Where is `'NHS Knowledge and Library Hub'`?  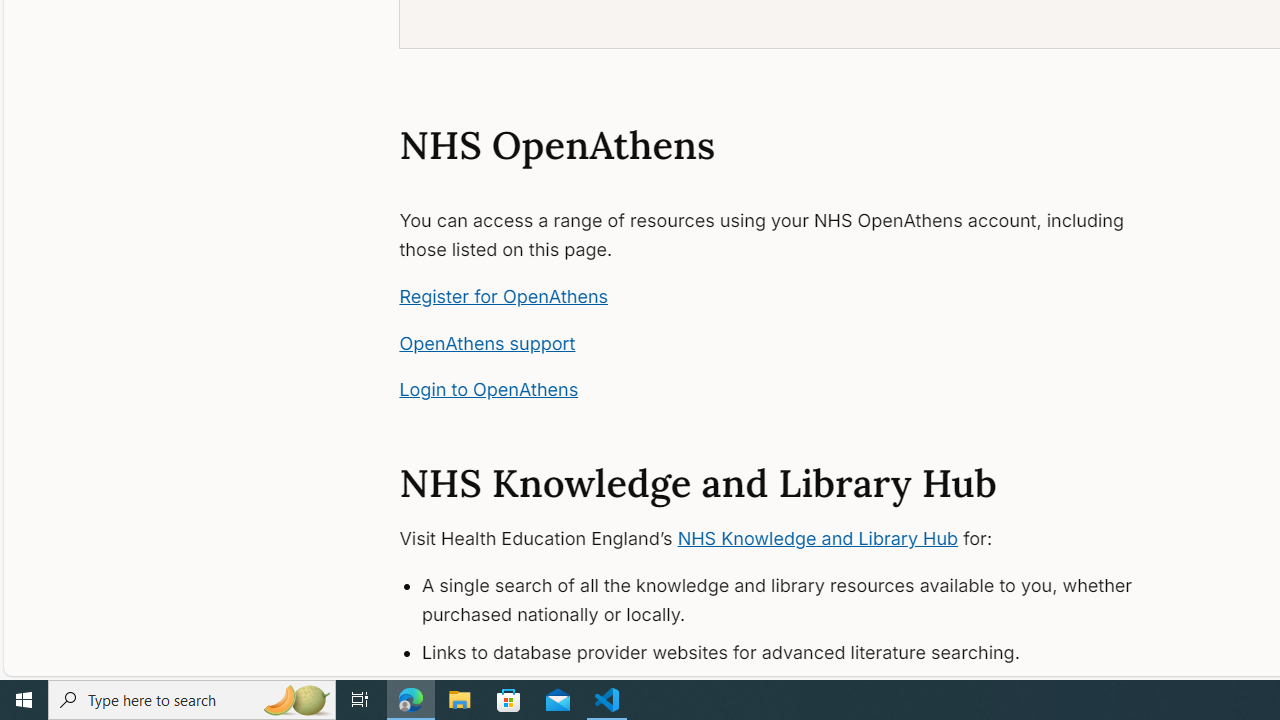
'NHS Knowledge and Library Hub' is located at coordinates (817, 537).